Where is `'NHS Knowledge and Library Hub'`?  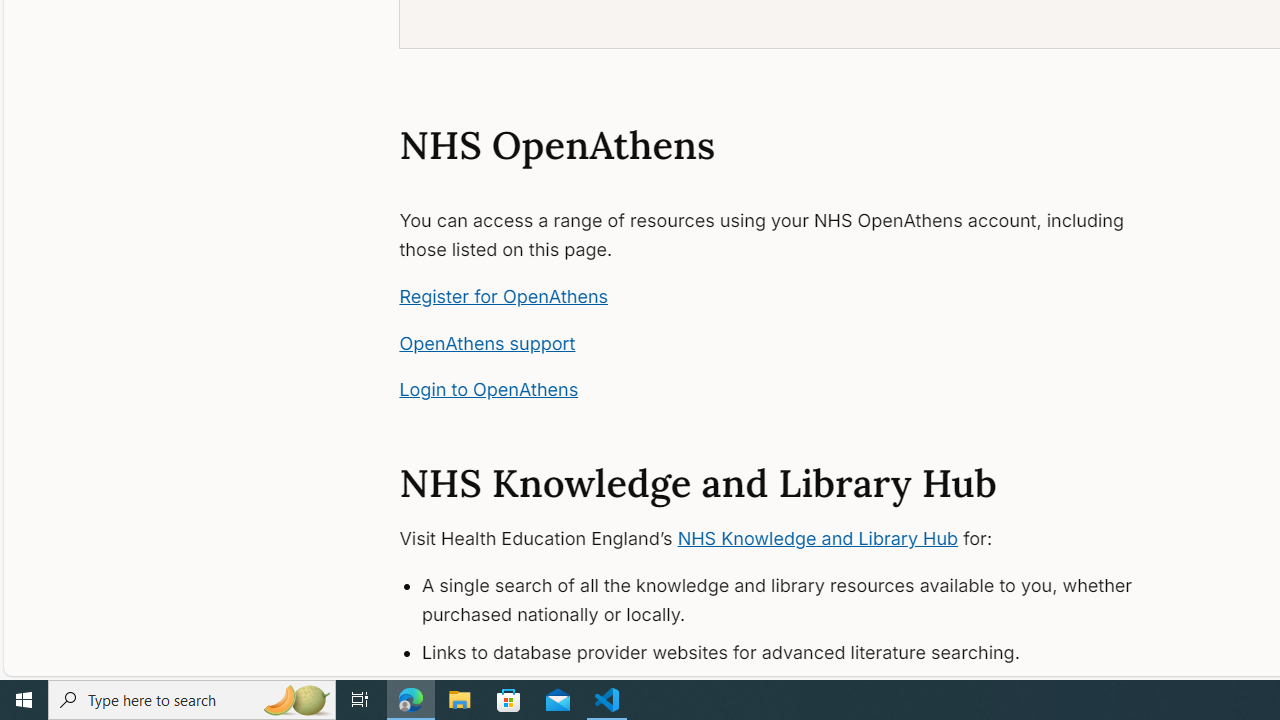
'NHS Knowledge and Library Hub' is located at coordinates (817, 537).